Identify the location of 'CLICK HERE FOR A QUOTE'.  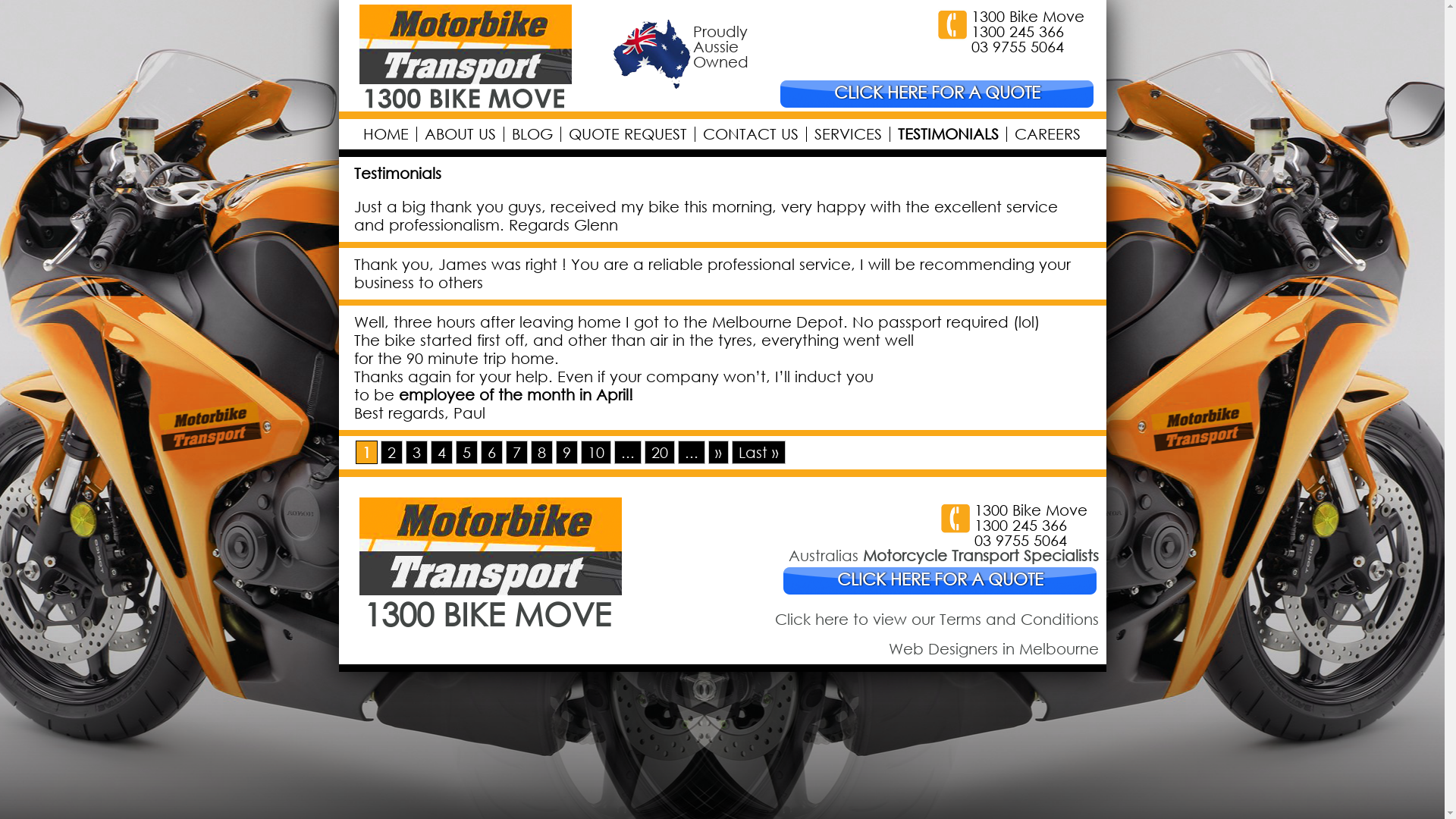
(937, 92).